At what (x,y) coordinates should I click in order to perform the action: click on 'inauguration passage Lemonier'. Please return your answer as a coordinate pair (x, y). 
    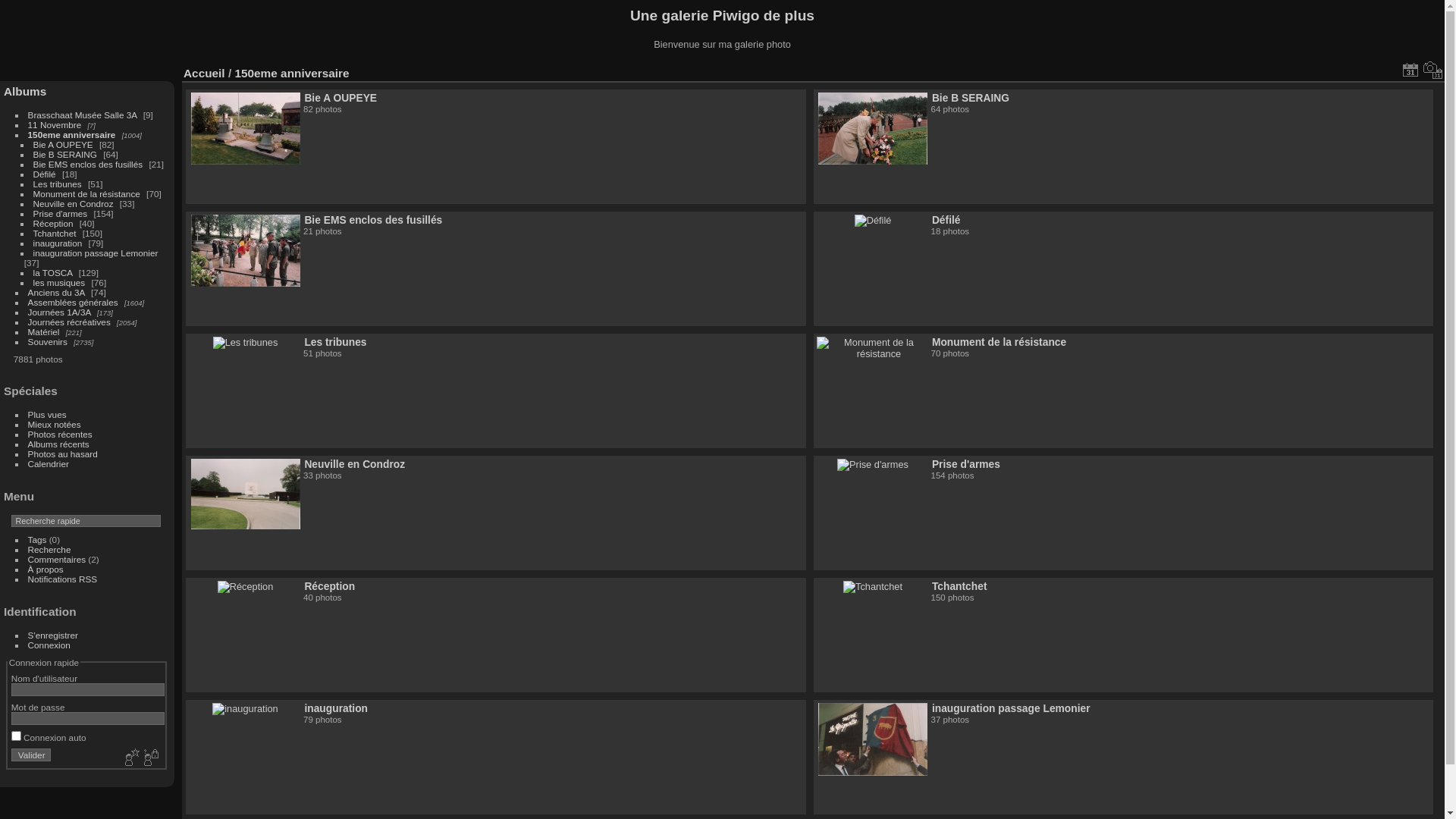
    Looking at the image, I should click on (1011, 708).